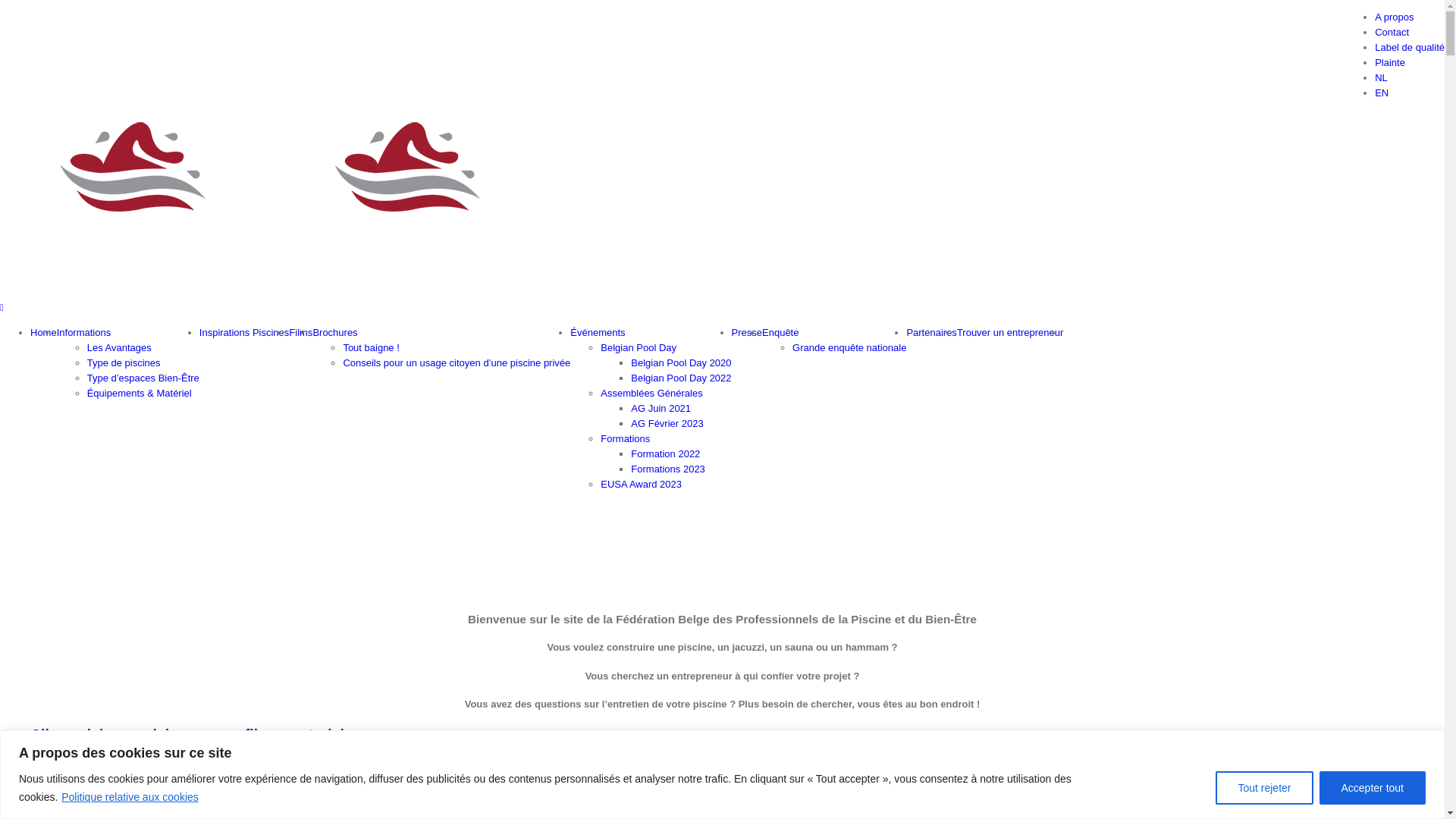 This screenshot has width=1456, height=819. I want to click on 'Belgian Pool Day 2020', so click(630, 362).